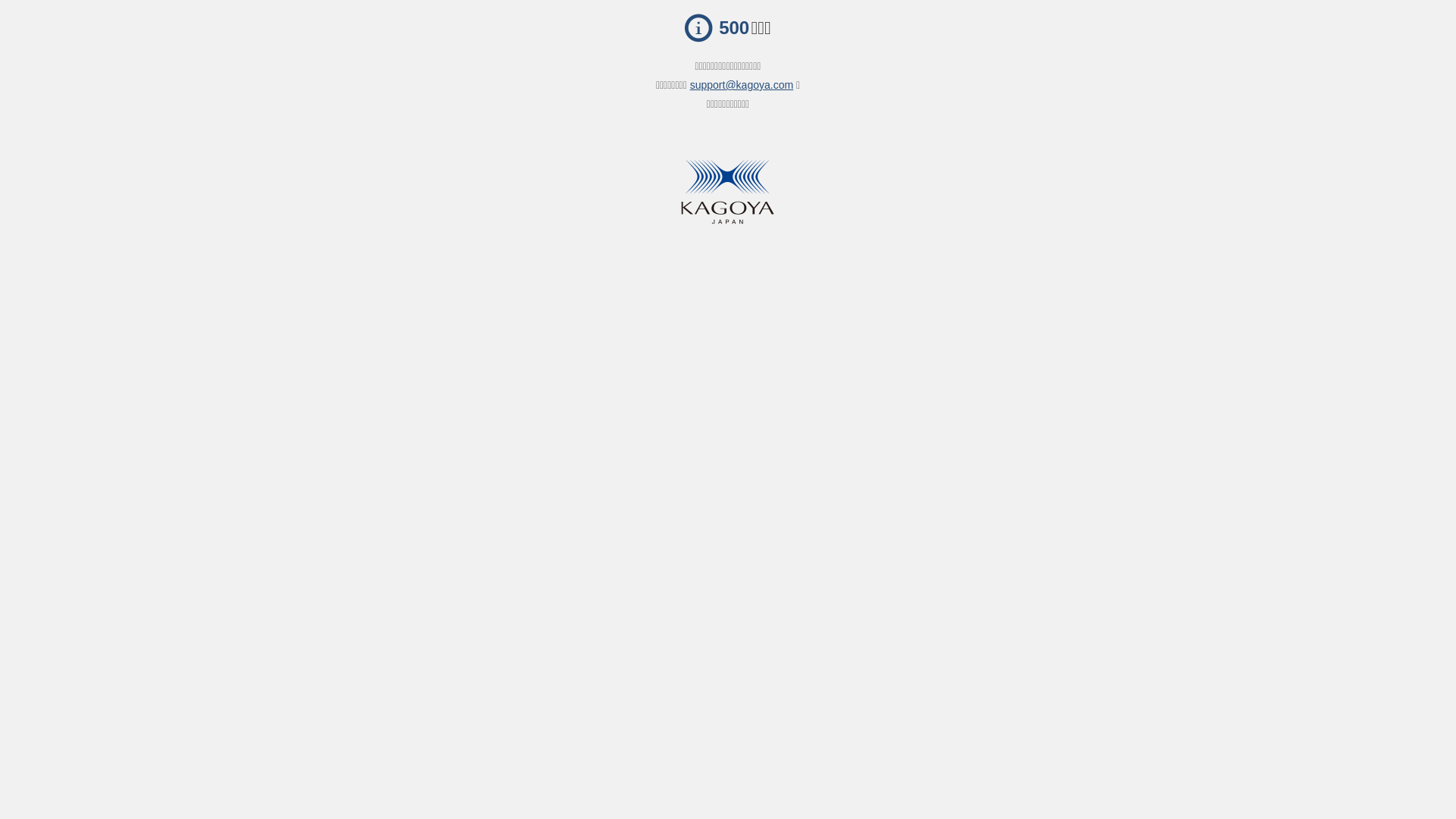 The height and width of the screenshot is (819, 1456). Describe the element at coordinates (742, 85) in the screenshot. I see `'support@kagoya.com'` at that location.